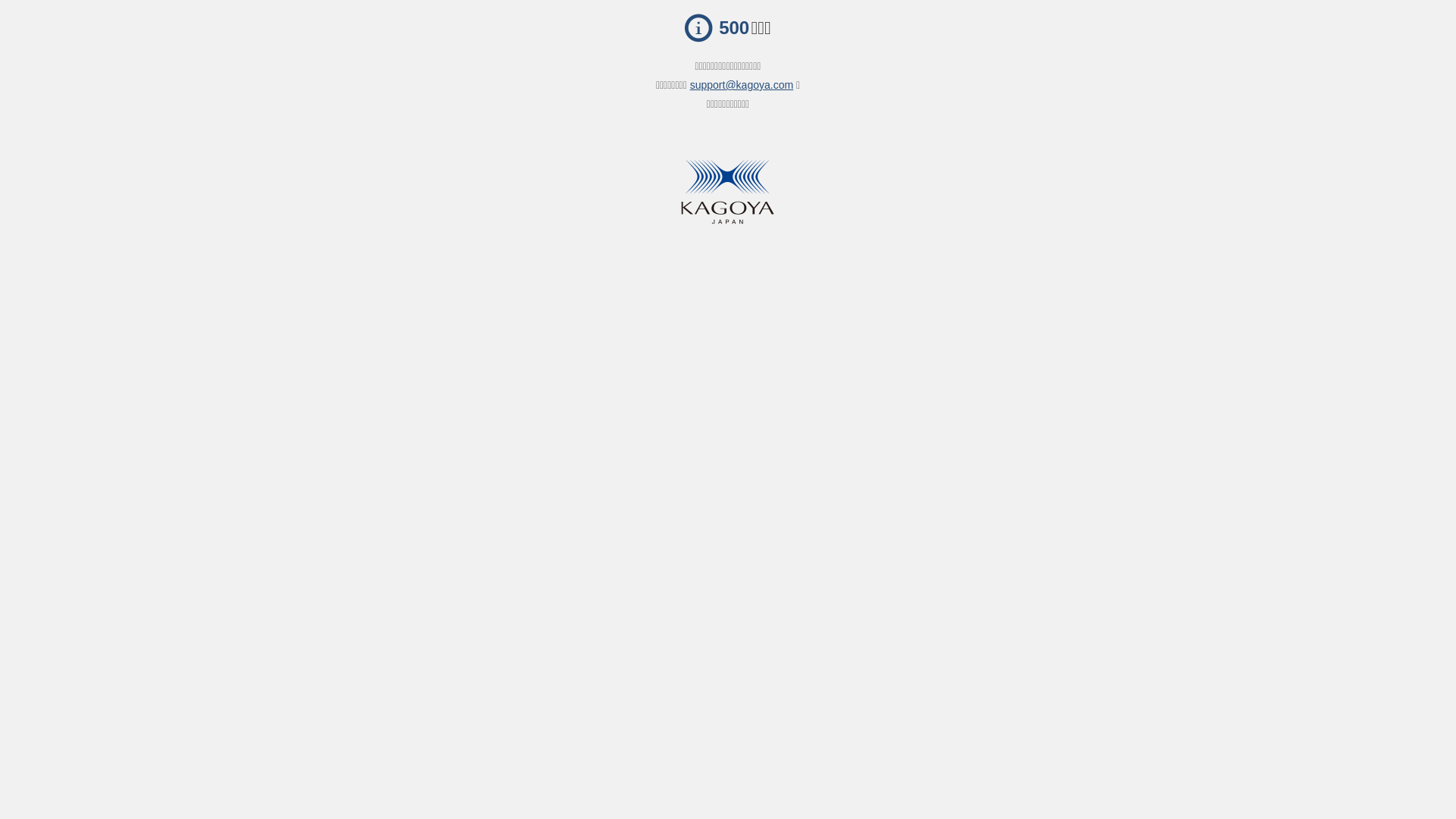 The height and width of the screenshot is (819, 1456). Describe the element at coordinates (742, 85) in the screenshot. I see `'support@kagoya.com'` at that location.